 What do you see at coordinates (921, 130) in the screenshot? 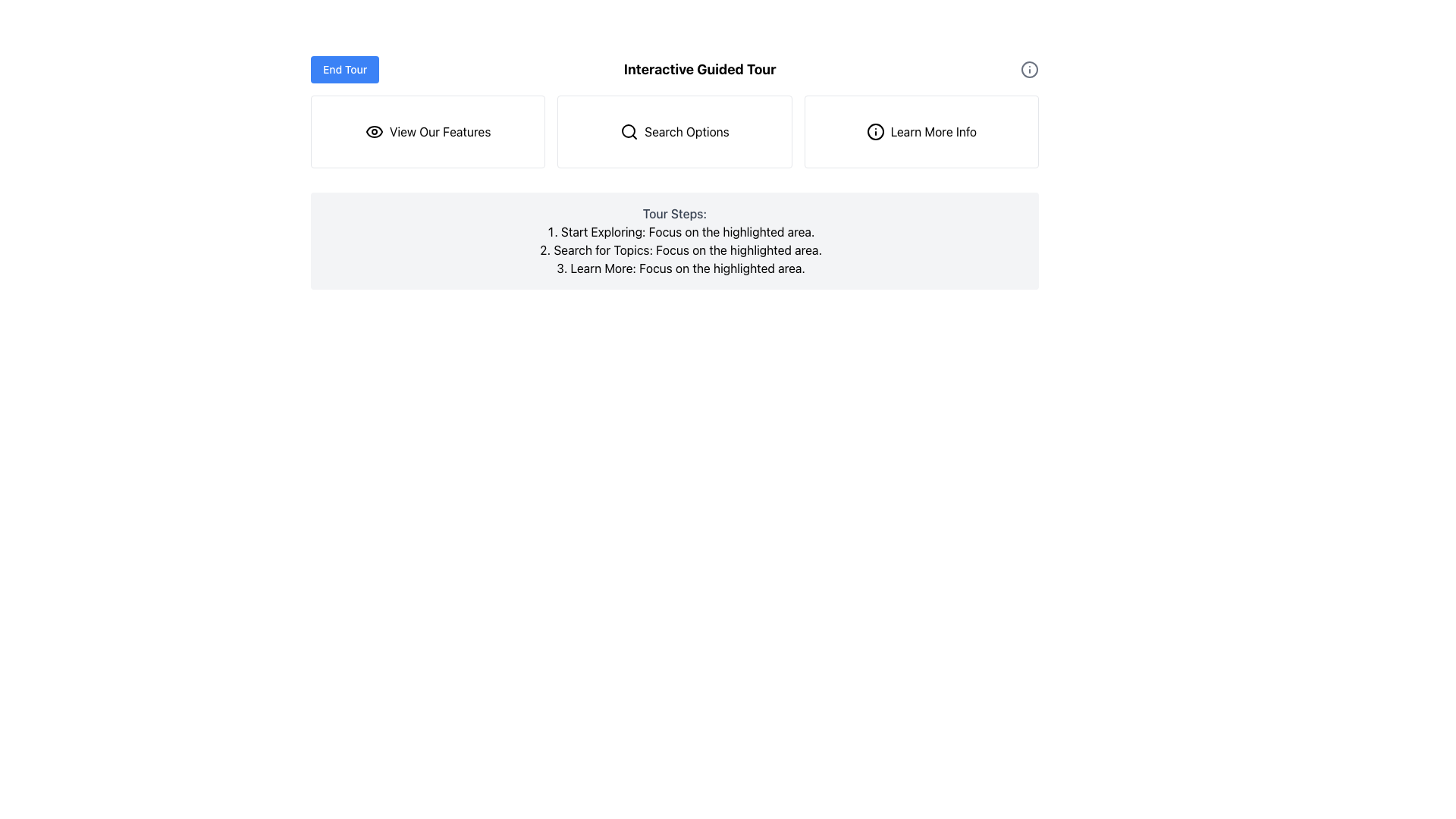
I see `the third button in a row of three, located below the 'Interactive Guided Tour' title` at bounding box center [921, 130].